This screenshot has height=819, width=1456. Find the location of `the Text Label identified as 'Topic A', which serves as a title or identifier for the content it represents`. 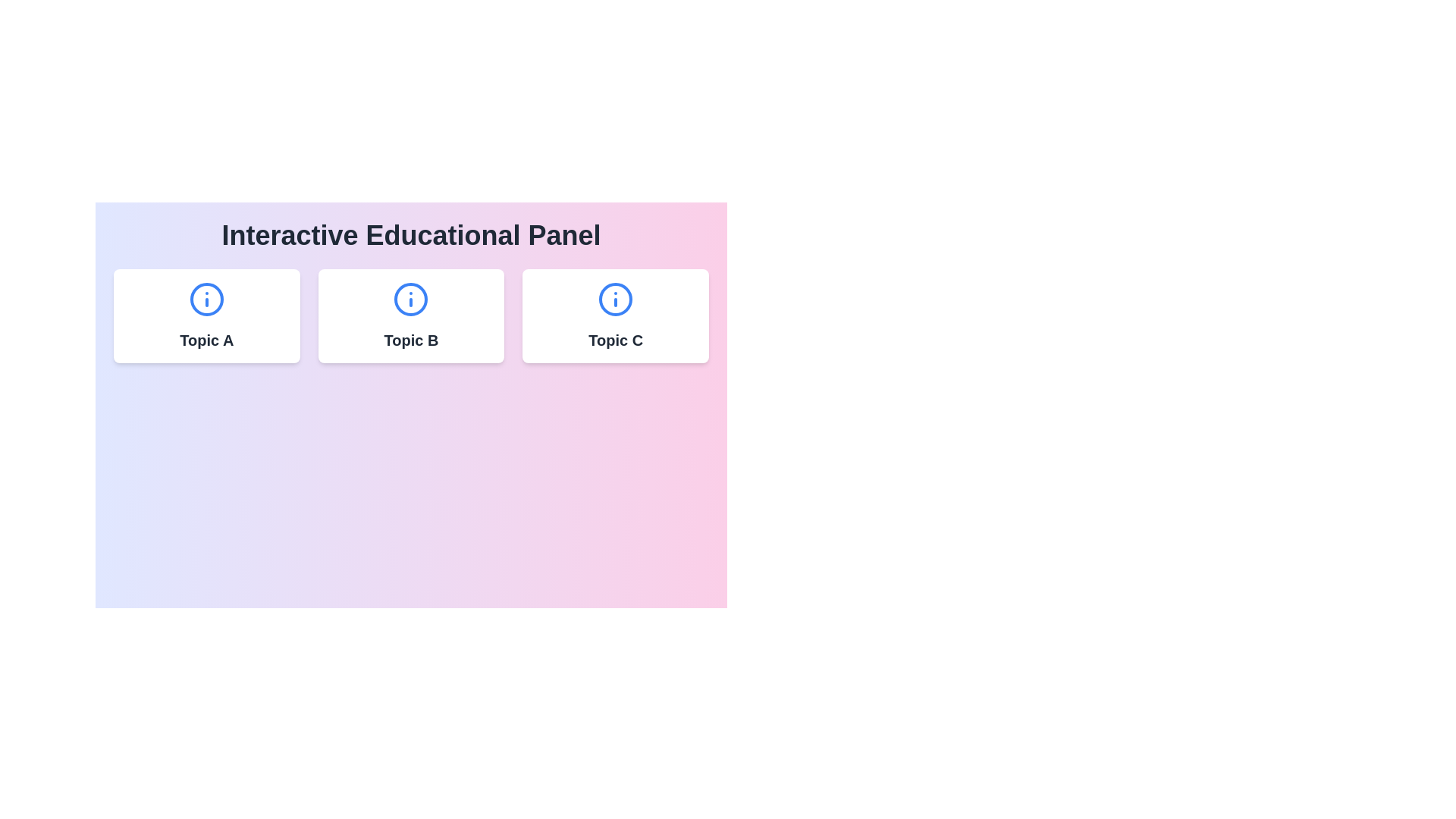

the Text Label identified as 'Topic A', which serves as a title or identifier for the content it represents is located at coordinates (206, 339).